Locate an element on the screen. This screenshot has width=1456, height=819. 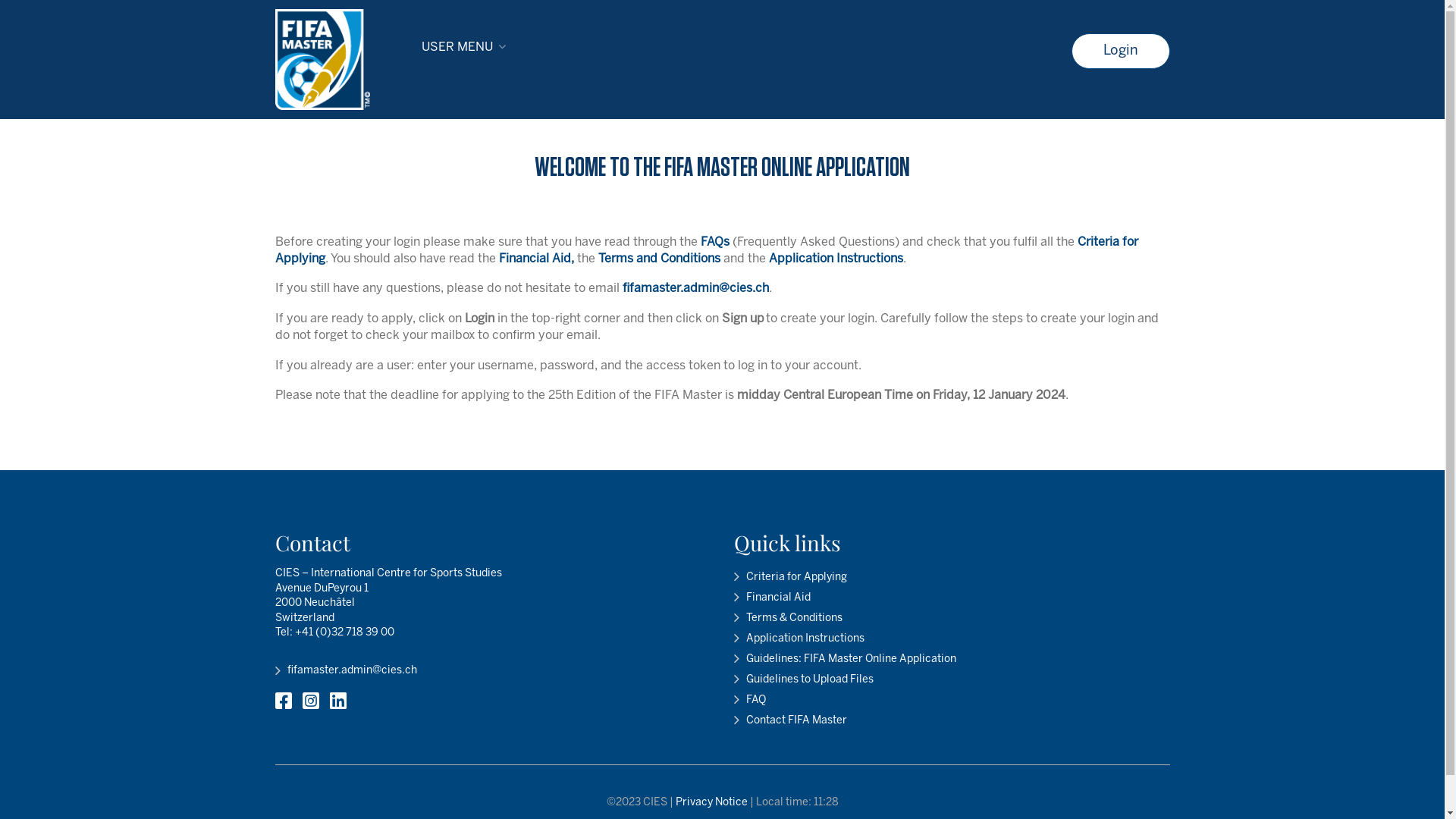
'fifamaster.admin@cies.ch' is located at coordinates (344, 672).